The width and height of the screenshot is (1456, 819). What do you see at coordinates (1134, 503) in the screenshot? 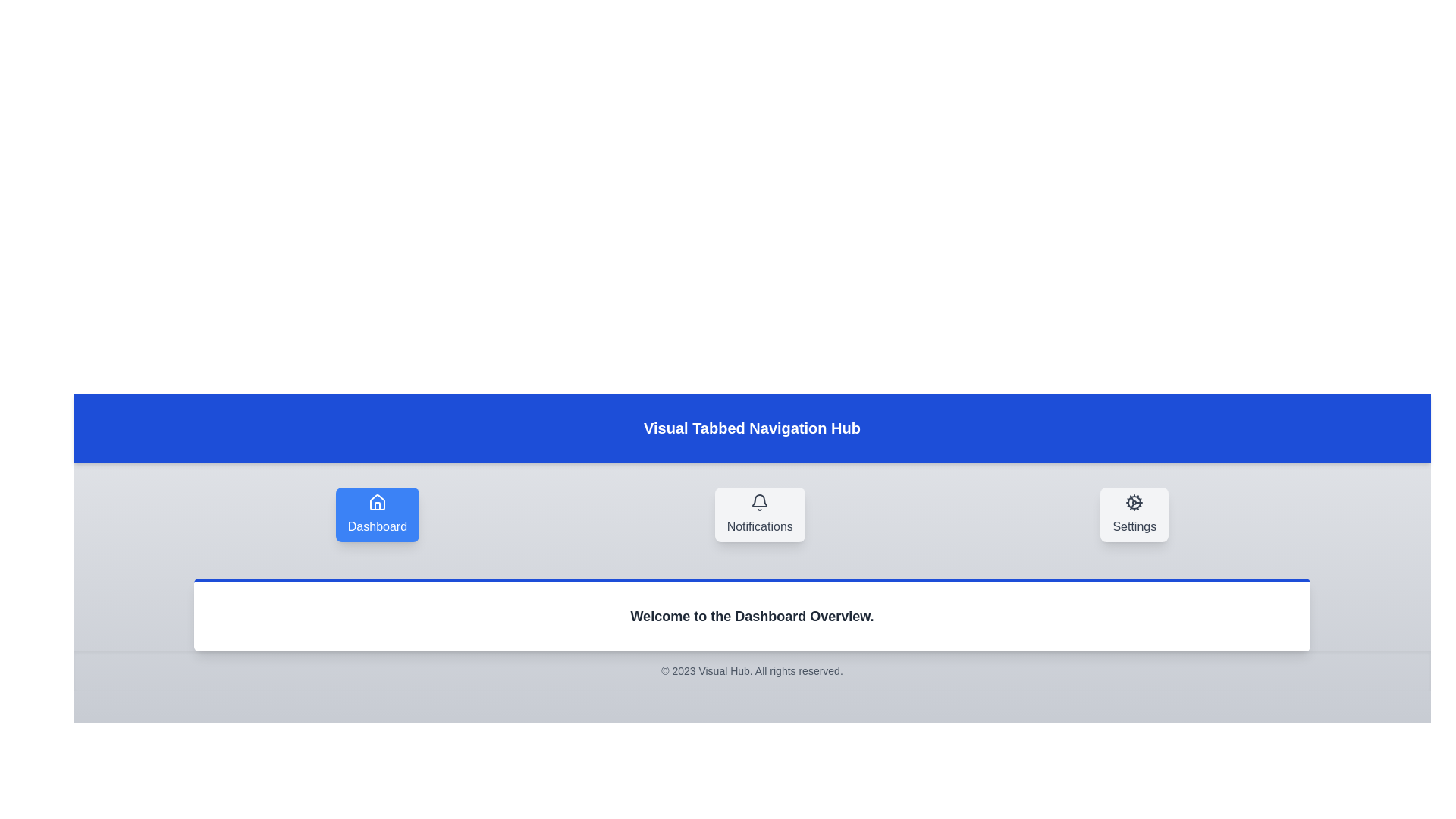
I see `the 'Settings' icon located within the navigation section` at bounding box center [1134, 503].